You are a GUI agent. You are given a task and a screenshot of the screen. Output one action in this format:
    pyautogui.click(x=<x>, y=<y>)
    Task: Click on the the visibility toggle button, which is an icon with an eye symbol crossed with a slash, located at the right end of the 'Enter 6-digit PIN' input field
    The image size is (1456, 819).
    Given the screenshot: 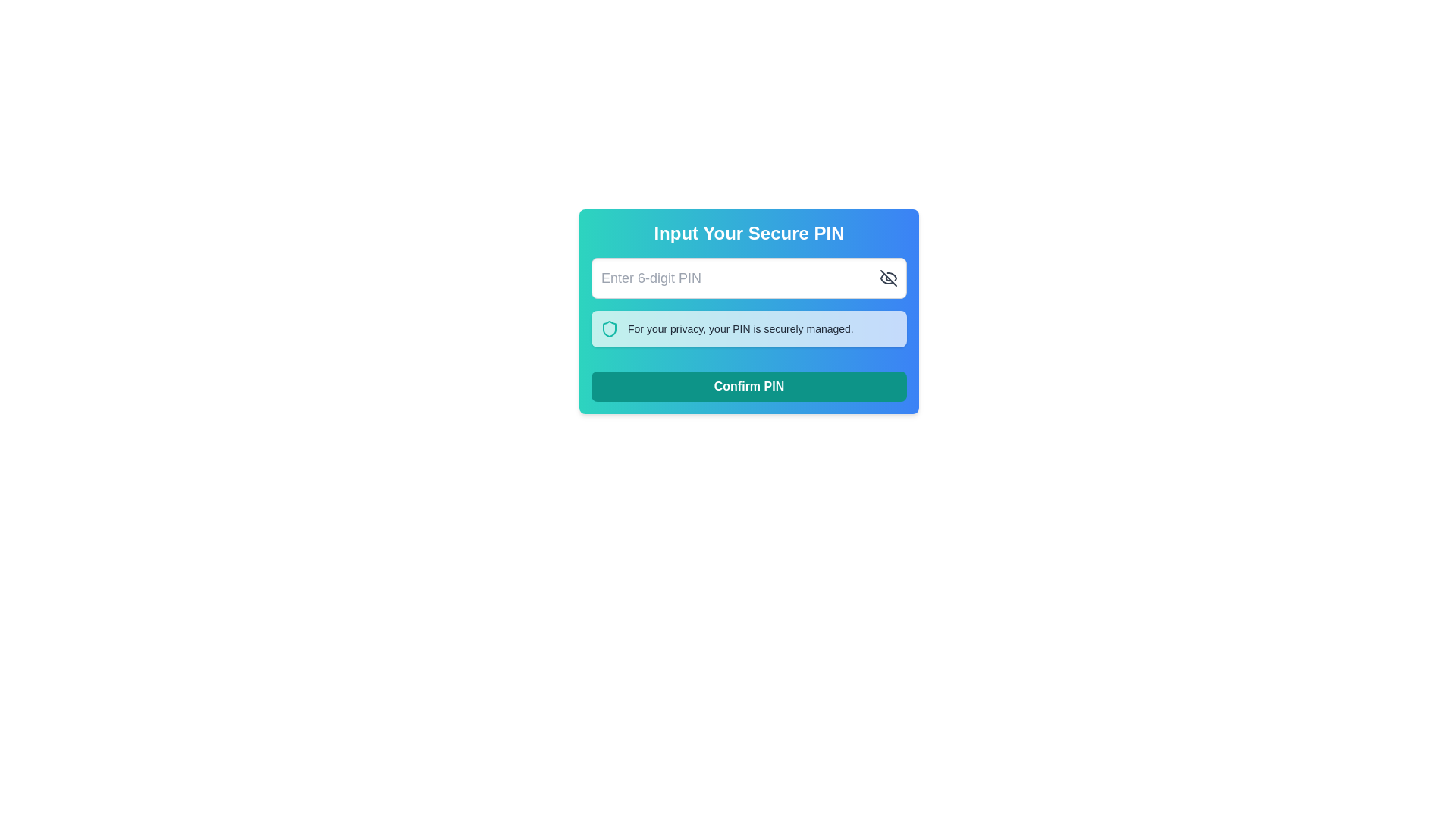 What is the action you would take?
    pyautogui.click(x=888, y=278)
    